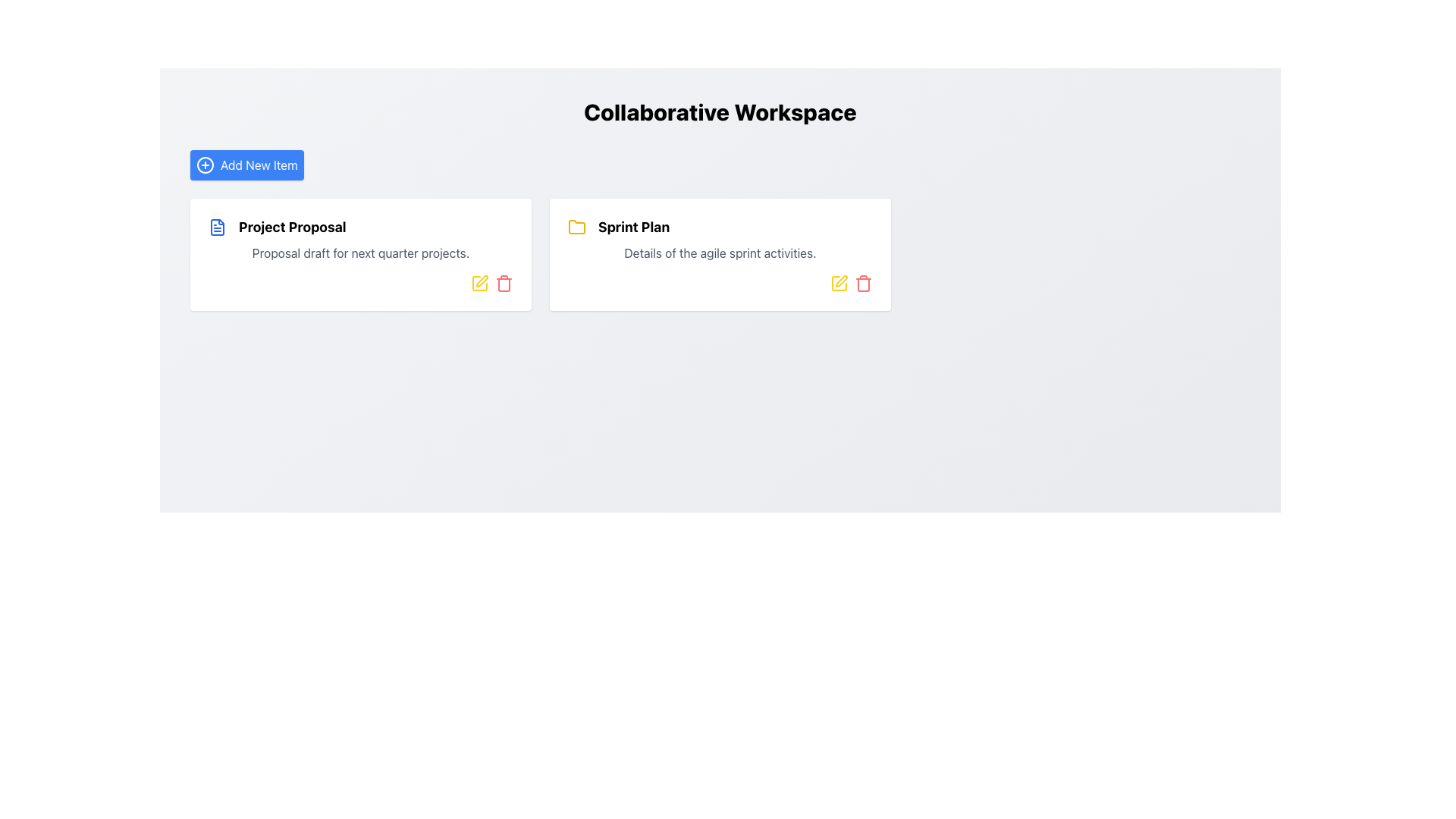  I want to click on the Text Label that provides a summary for the 'Sprint Plan' section, located directly below the 'Sprint Plan' title in the right central card, so click(720, 253).